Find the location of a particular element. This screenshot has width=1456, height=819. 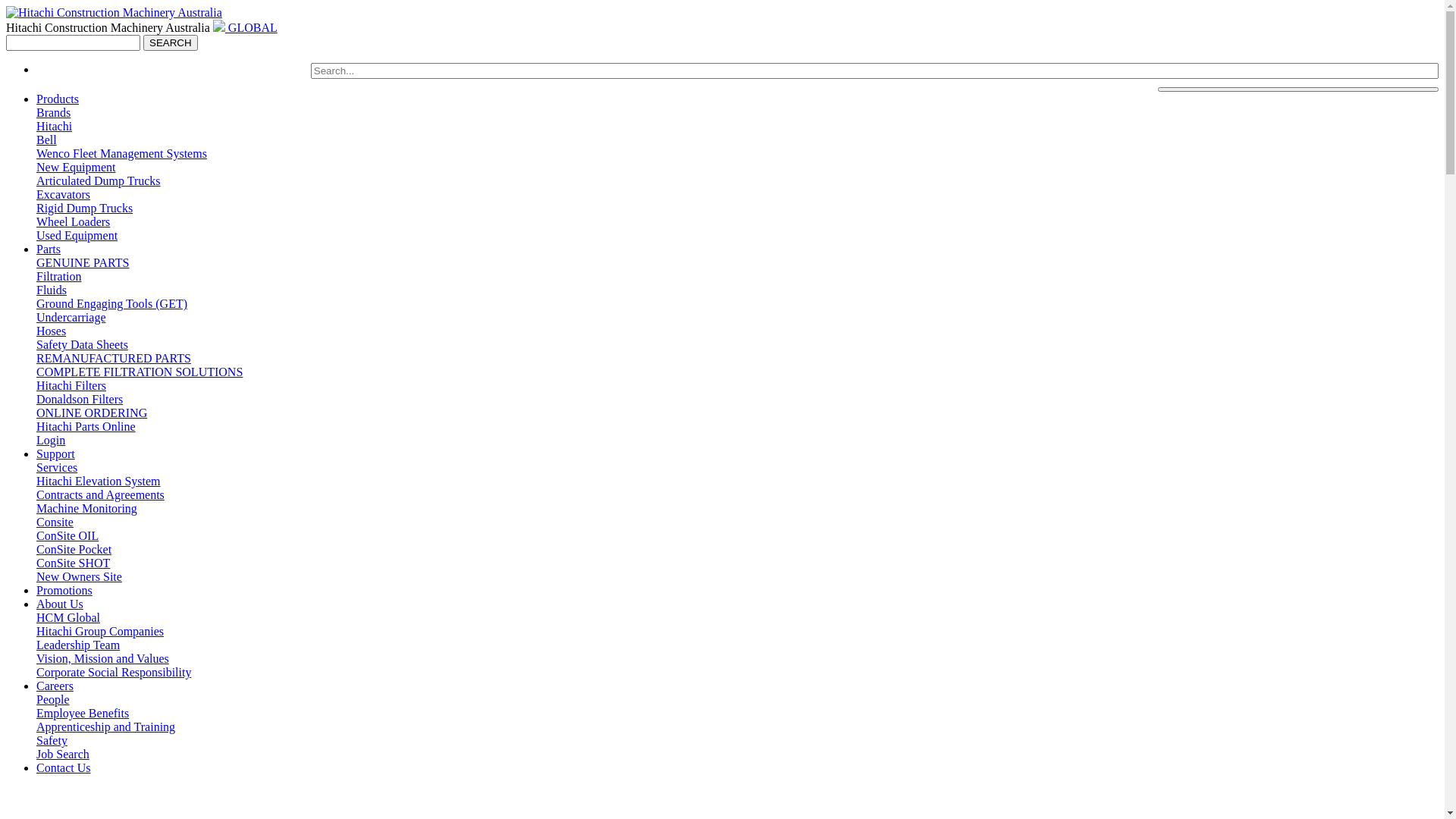

'ConSite OIL' is located at coordinates (67, 535).